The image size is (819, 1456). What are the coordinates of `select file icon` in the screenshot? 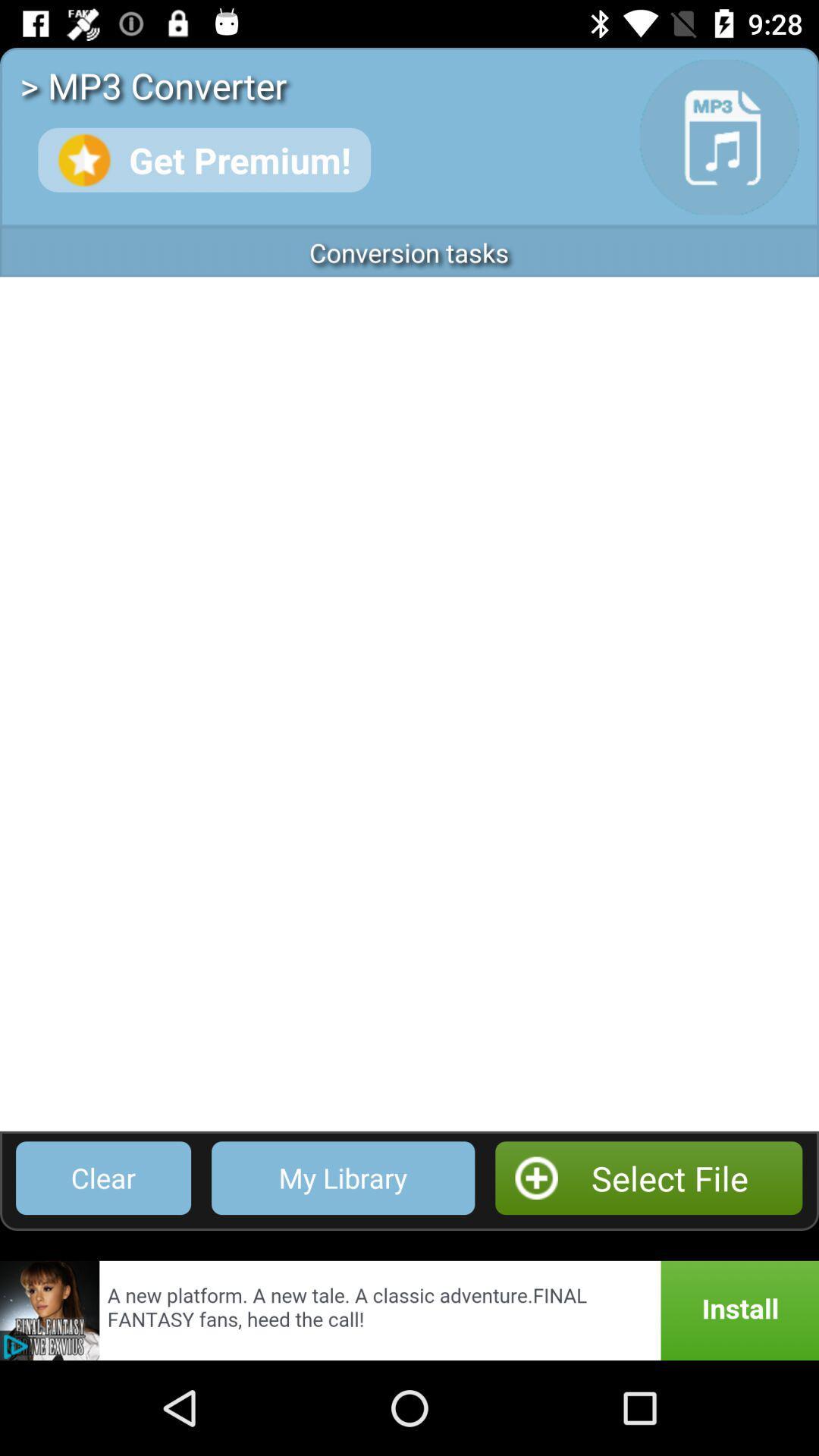 It's located at (648, 1177).